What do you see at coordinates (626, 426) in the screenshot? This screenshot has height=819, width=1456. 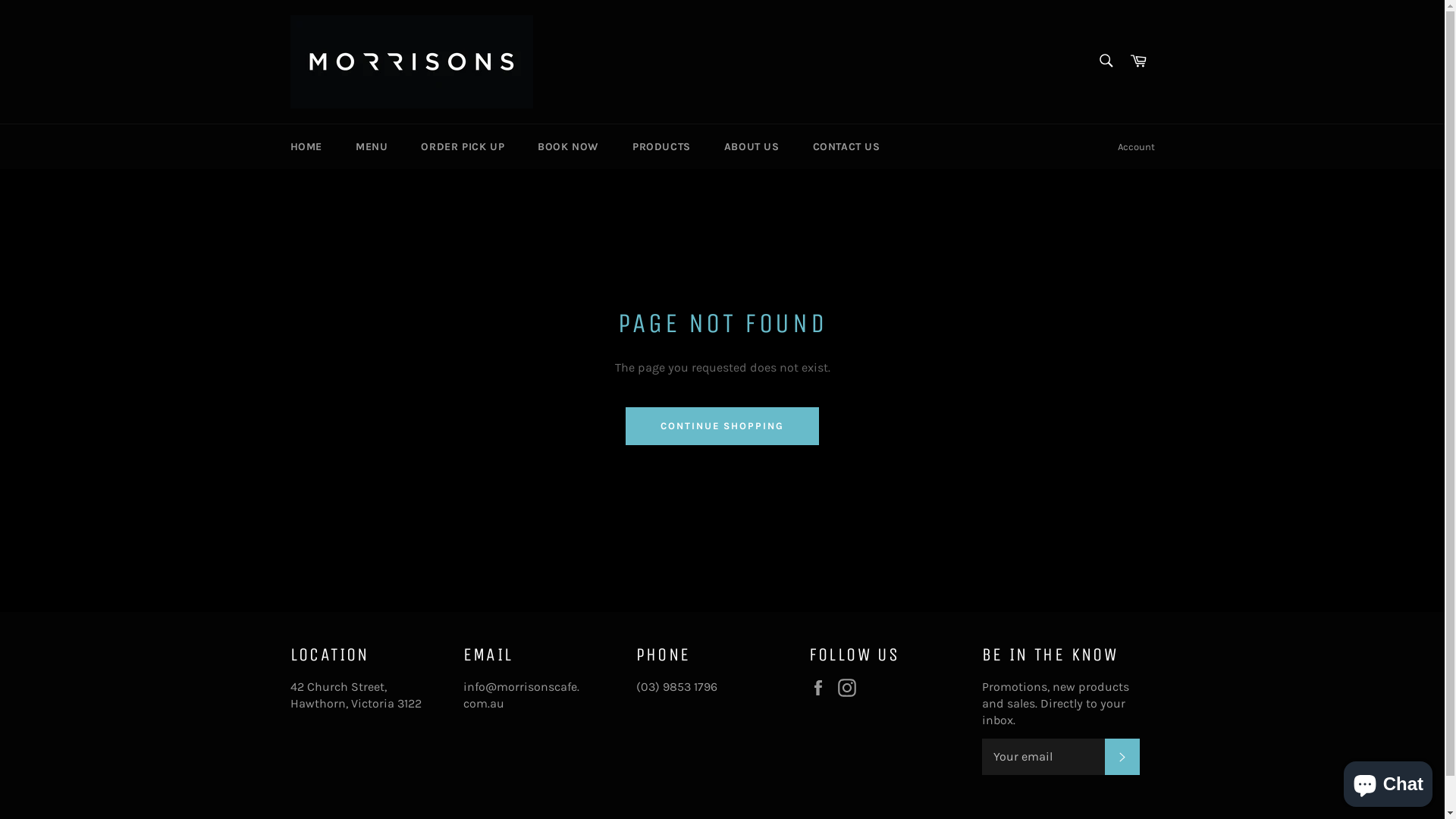 I see `'CONTINUE SHOPPING'` at bounding box center [626, 426].